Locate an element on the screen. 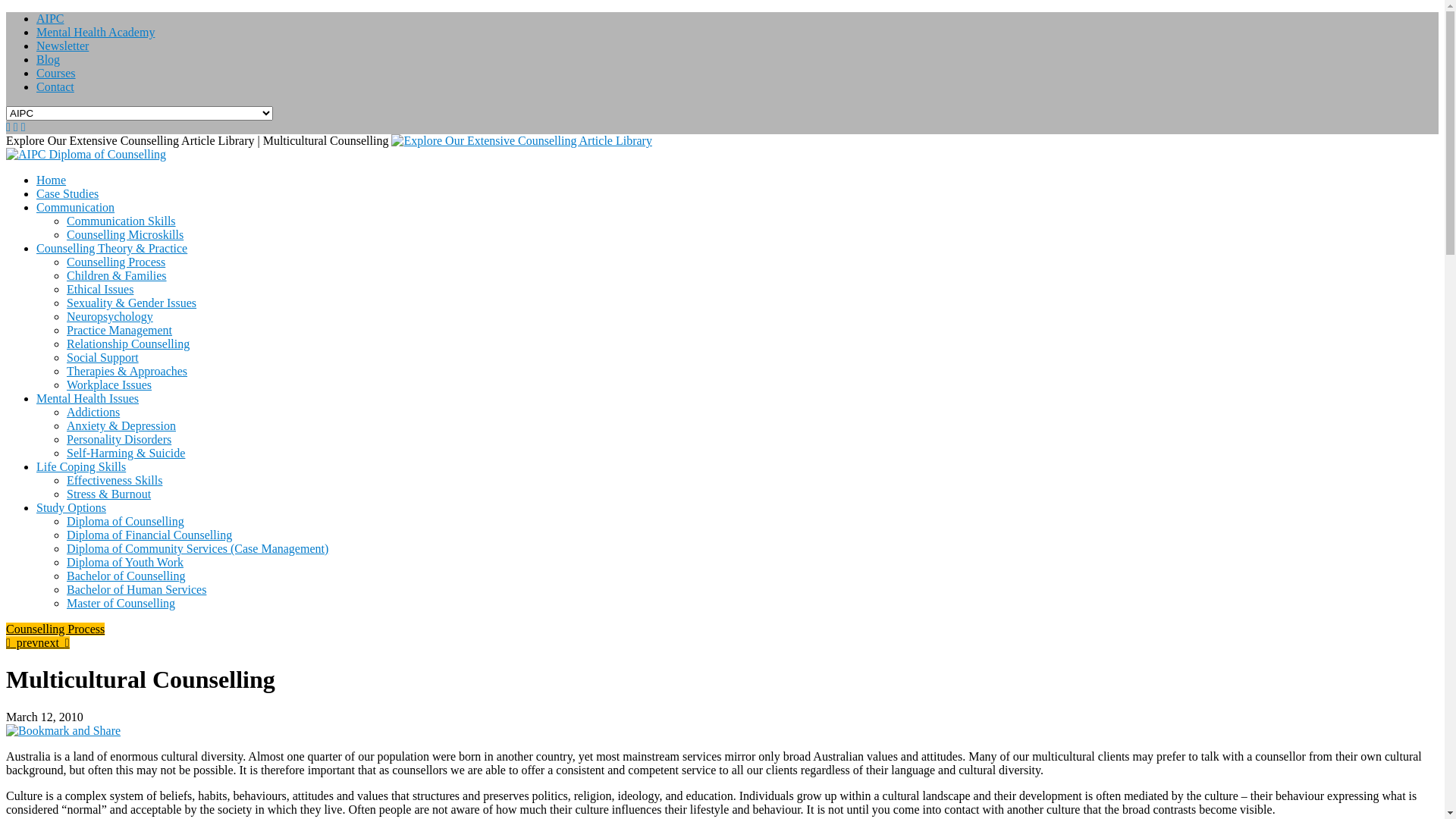 The height and width of the screenshot is (819, 1456). 'Practice Management' is located at coordinates (118, 329).